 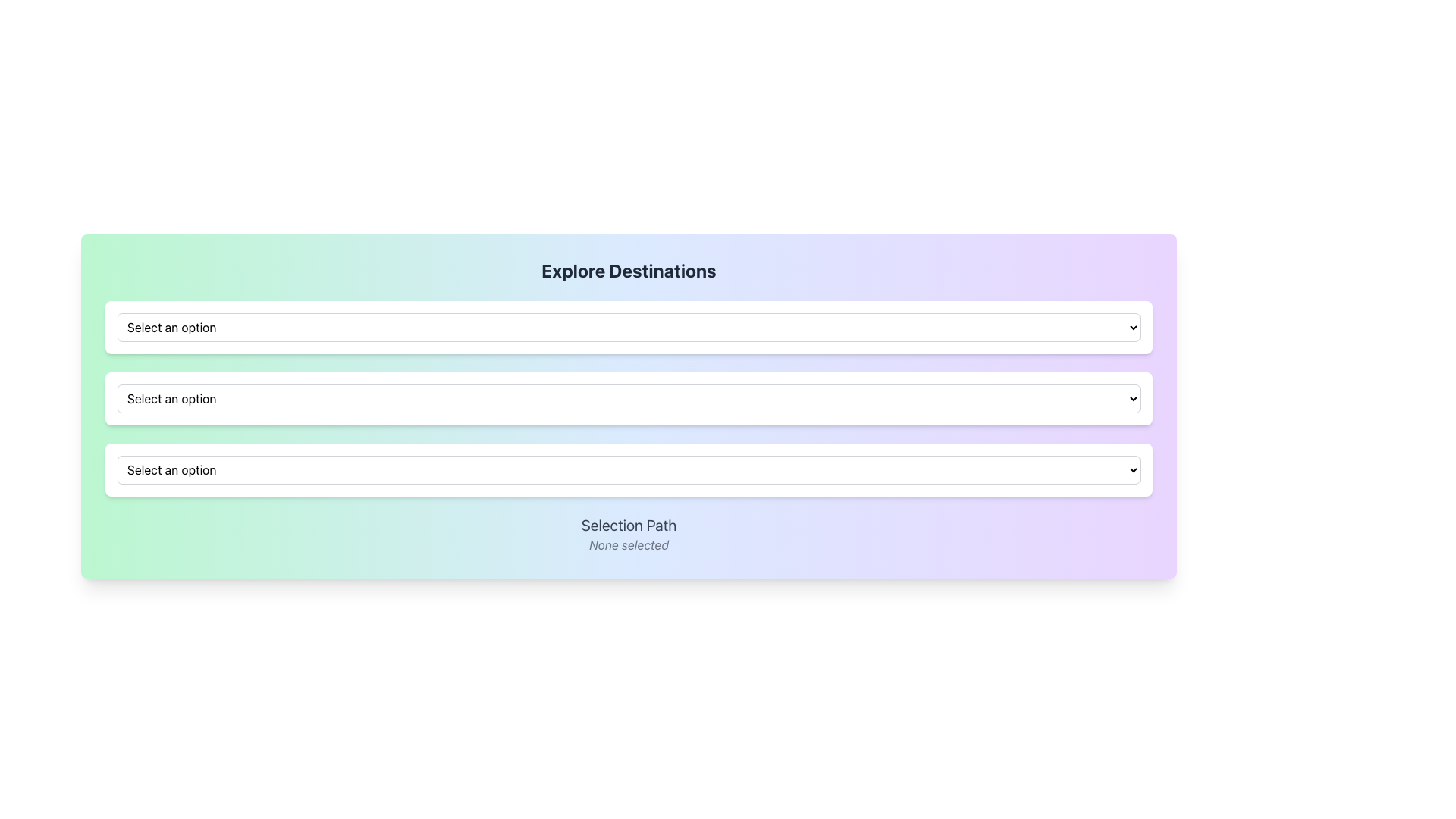 I want to click on the dropdown menu styled with a white background and rounded border, located within the 'Explore Destinations' panel, so click(x=629, y=327).